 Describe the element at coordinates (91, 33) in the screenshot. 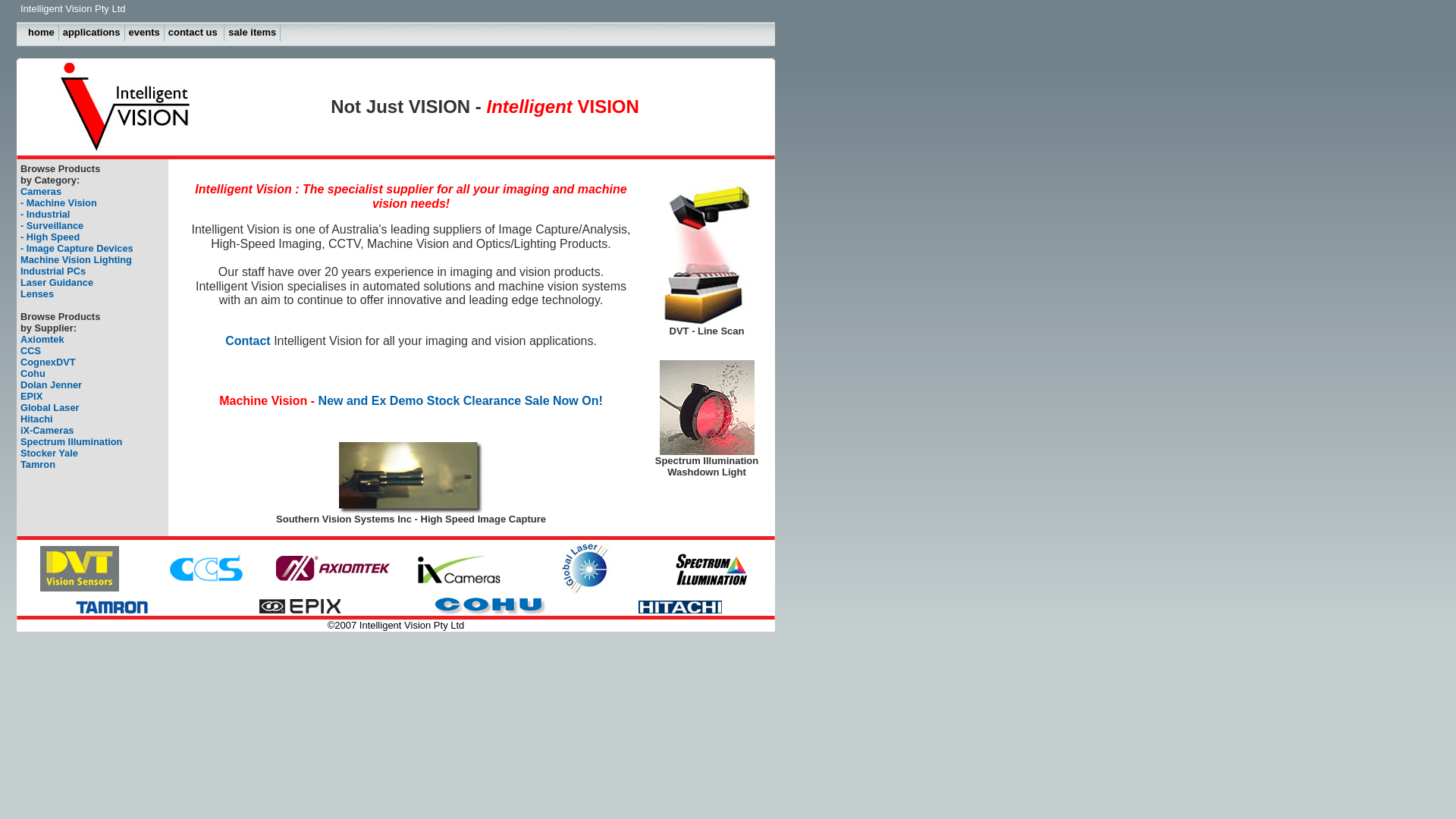

I see `'applications'` at that location.